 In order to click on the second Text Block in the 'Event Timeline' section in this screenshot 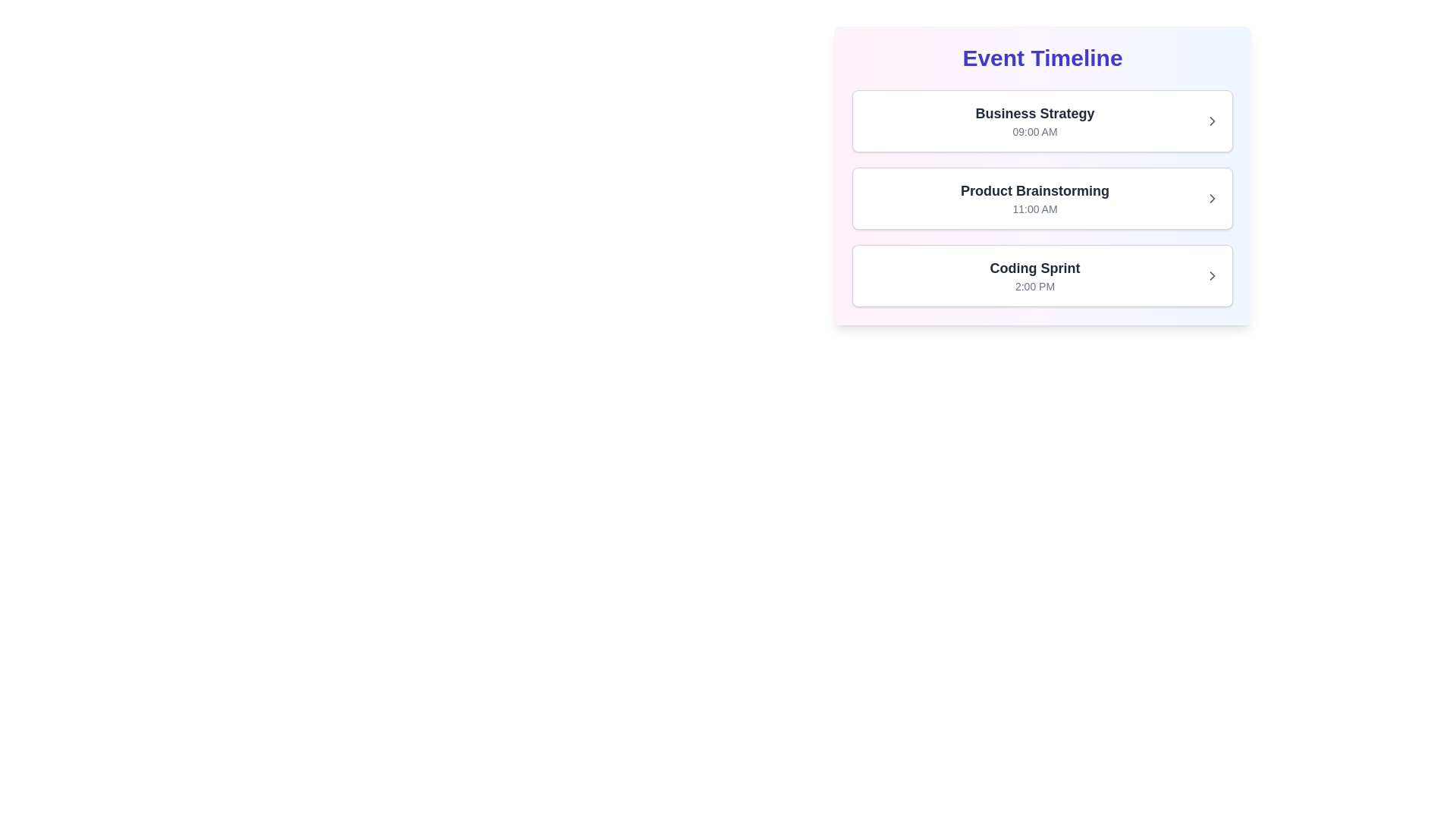, I will do `click(1034, 198)`.